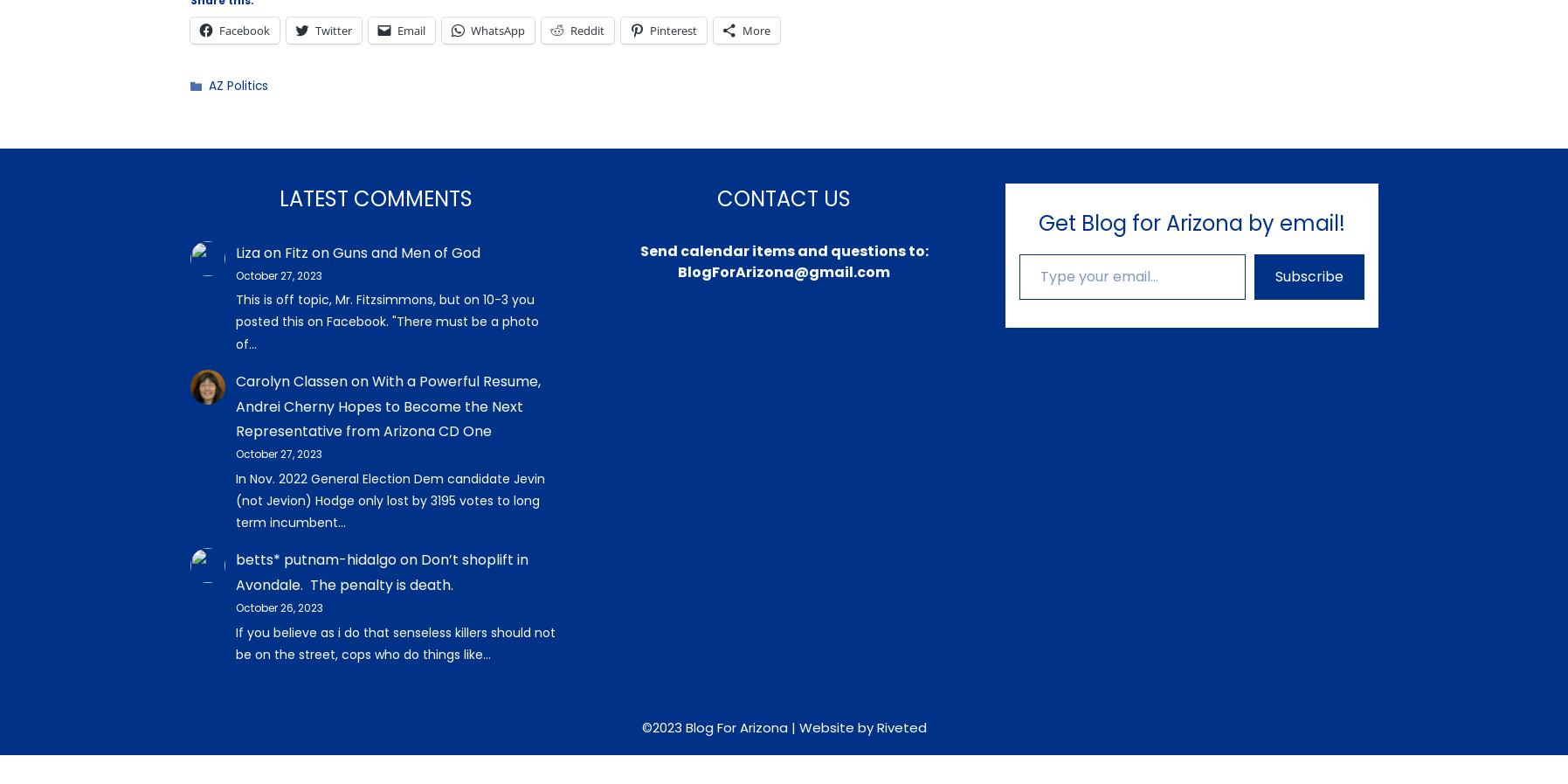 The image size is (1568, 784). Describe the element at coordinates (585, 29) in the screenshot. I see `'Reddit'` at that location.